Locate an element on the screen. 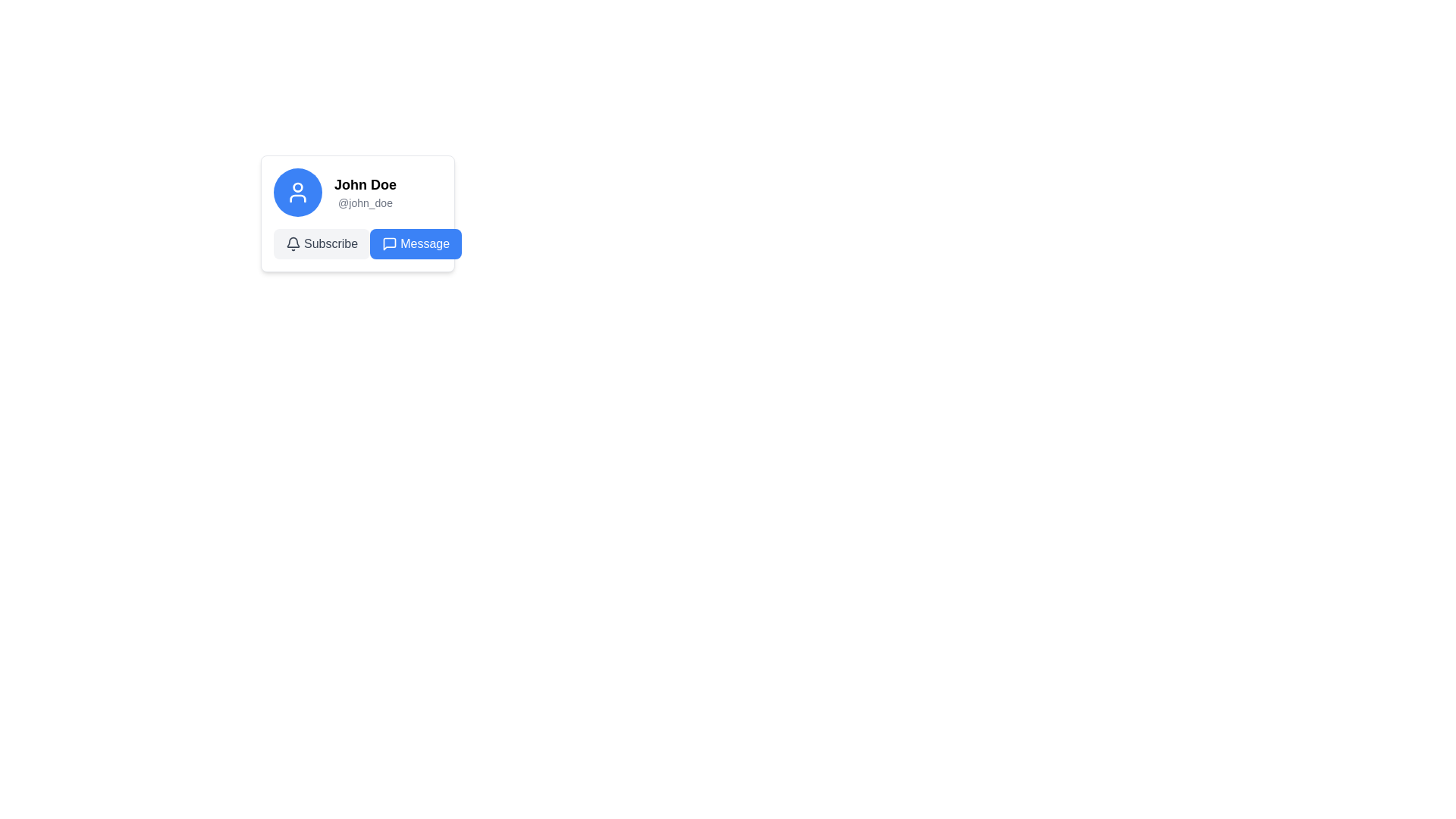  the speech bubble icon, which is an outlined rectangular icon with rounded corners, located within the blue 'Message' button, to the left of the text label 'Message' is located at coordinates (390, 243).